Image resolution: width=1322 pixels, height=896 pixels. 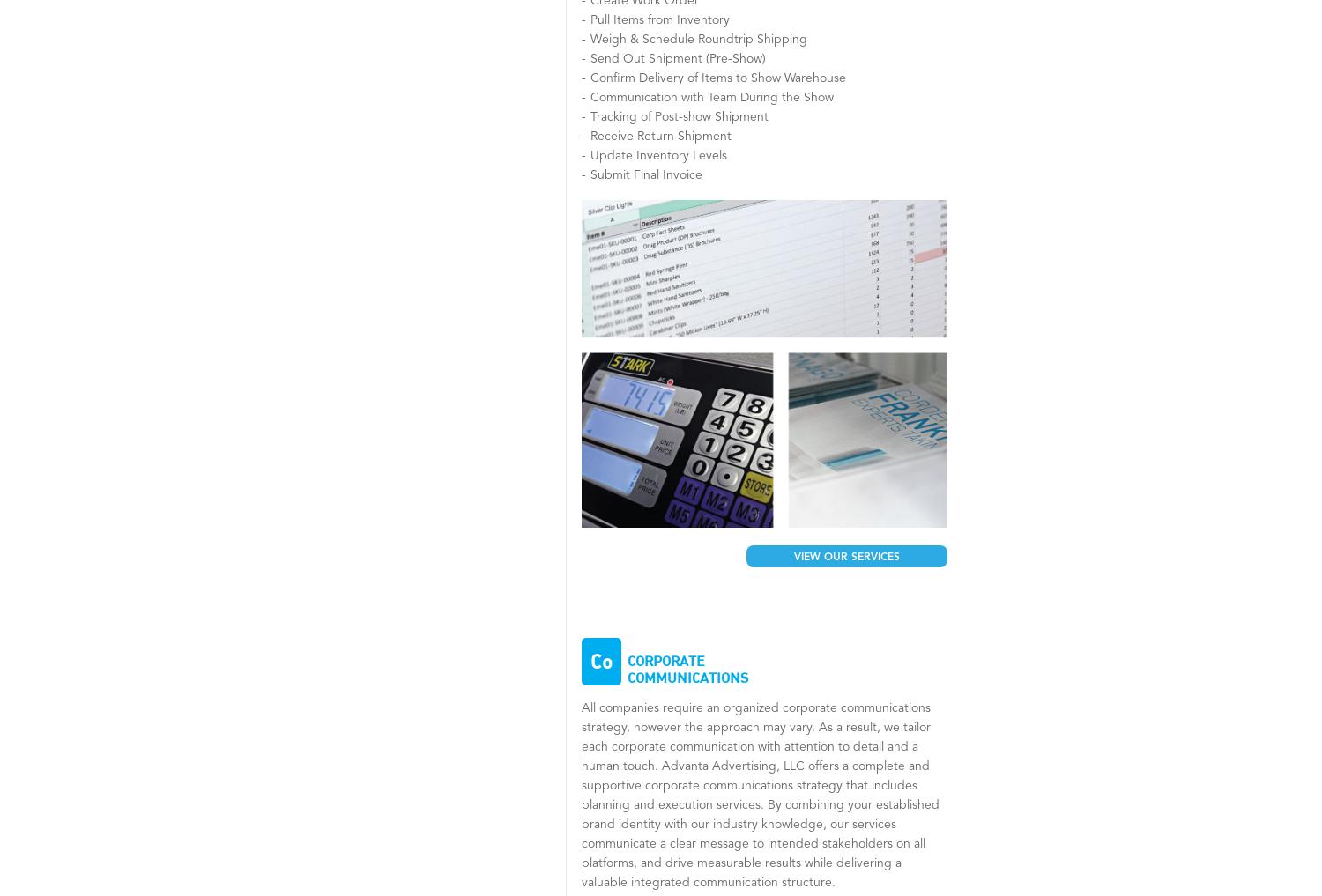 What do you see at coordinates (658, 19) in the screenshot?
I see `'Pull Items from Inventory'` at bounding box center [658, 19].